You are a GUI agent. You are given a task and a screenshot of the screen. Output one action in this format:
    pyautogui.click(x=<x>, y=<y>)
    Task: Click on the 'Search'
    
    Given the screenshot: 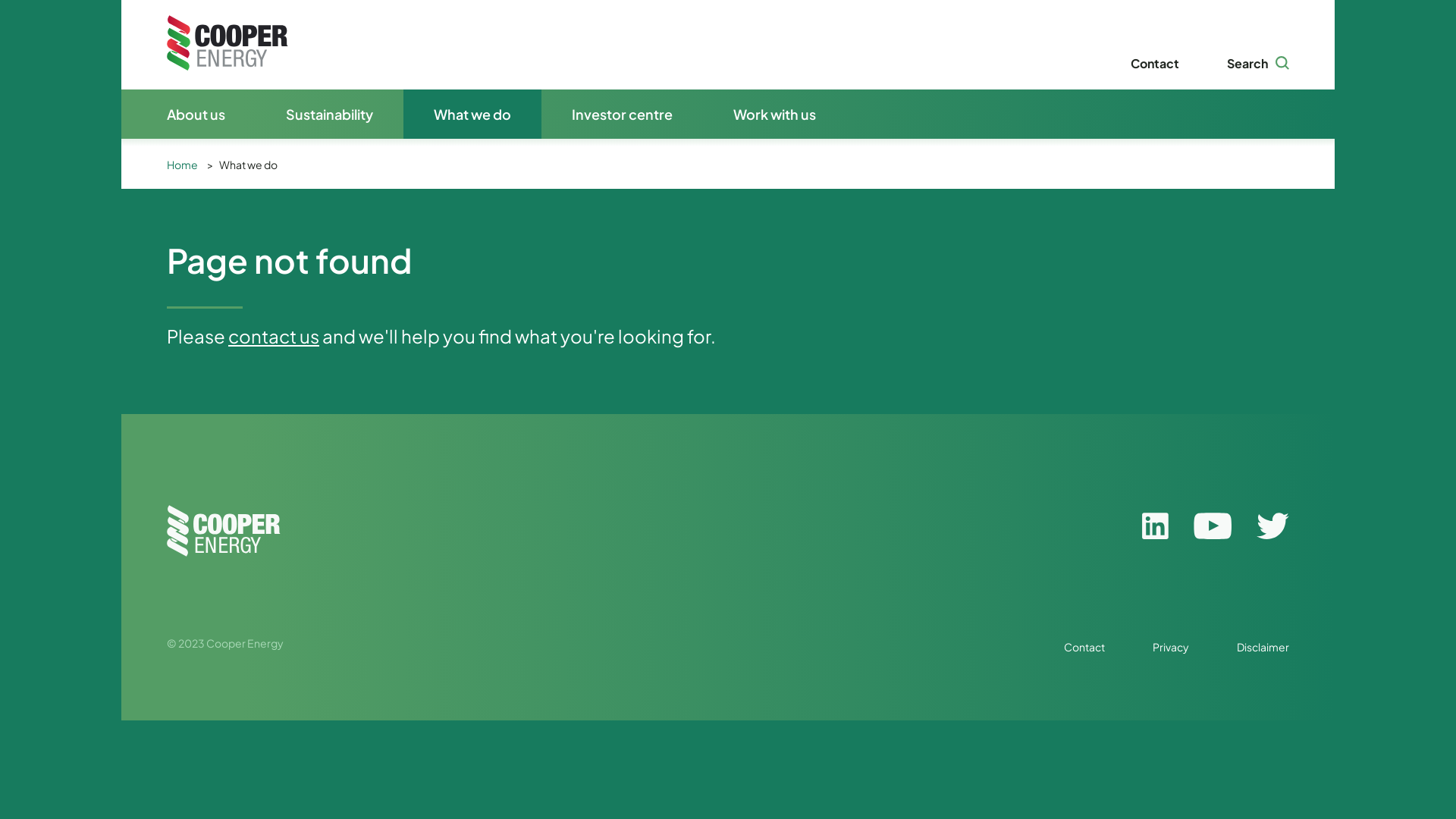 What is the action you would take?
    pyautogui.click(x=1226, y=62)
    